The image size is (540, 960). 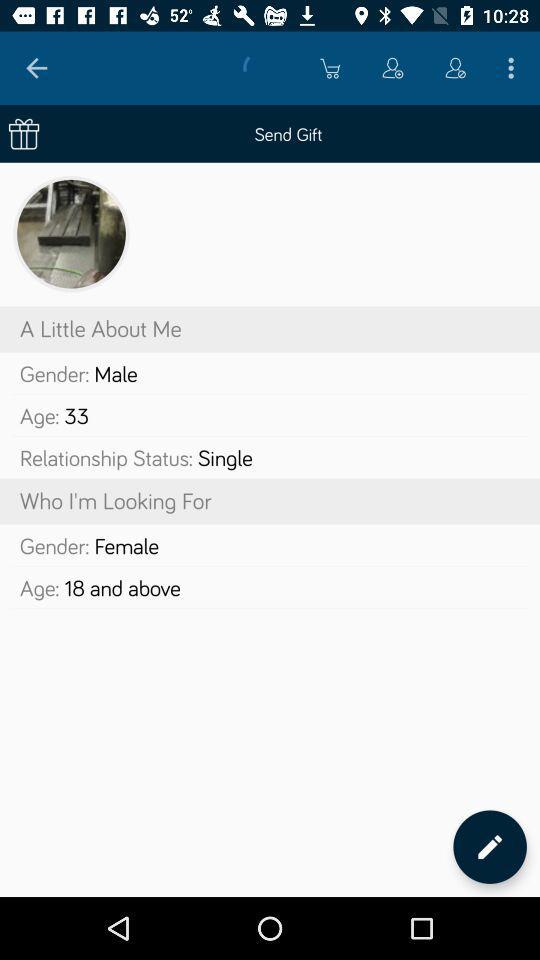 I want to click on the icon above send gift item, so click(x=455, y=68).